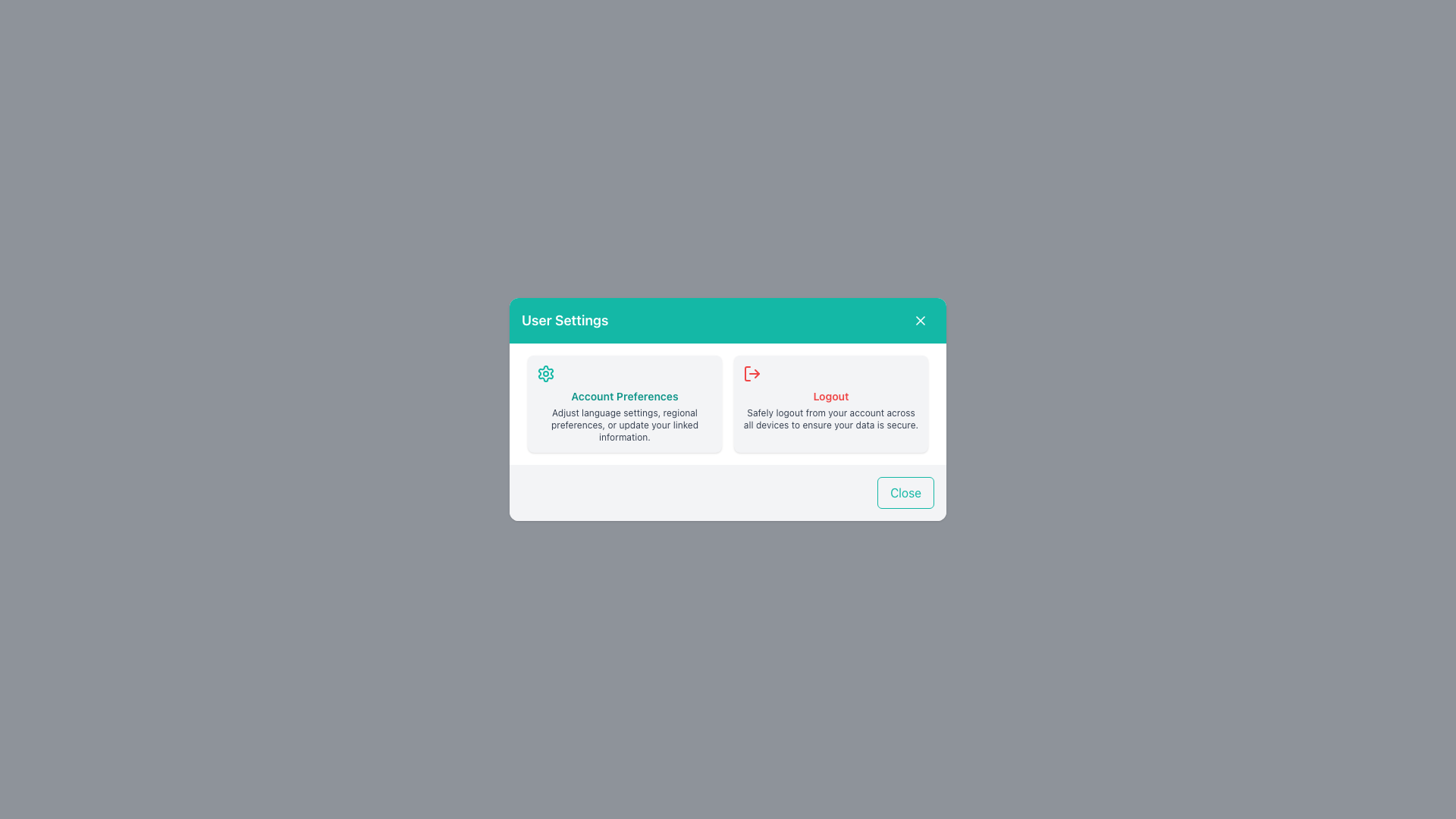  Describe the element at coordinates (625, 425) in the screenshot. I see `the informational text block that contains the message 'Adjust language settings, regional preferences, or update your linked information.' located beneath the 'Account Preferences' header in the user settings modal` at that location.